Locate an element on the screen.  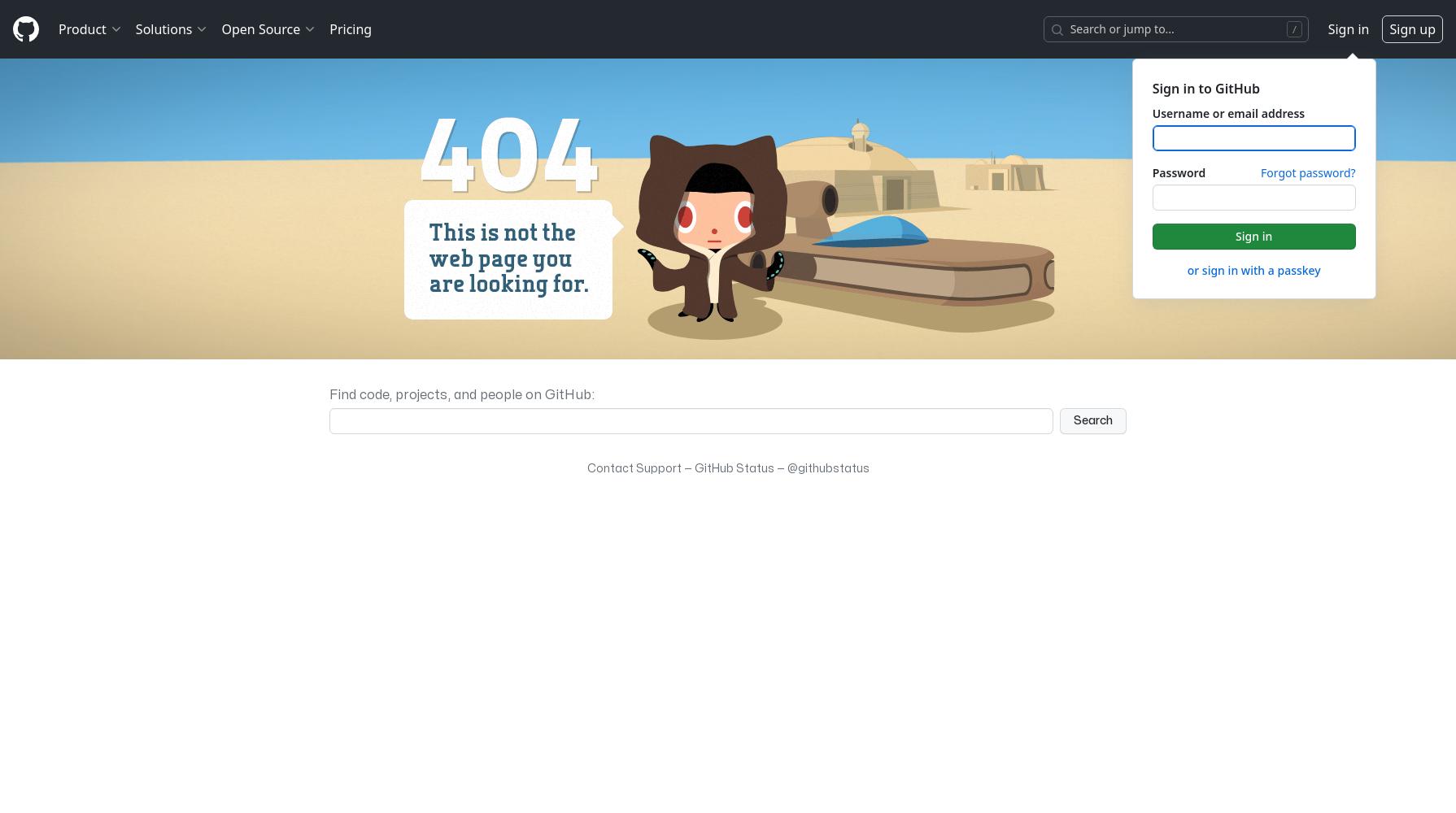
'Actions' is located at coordinates (115, 69).